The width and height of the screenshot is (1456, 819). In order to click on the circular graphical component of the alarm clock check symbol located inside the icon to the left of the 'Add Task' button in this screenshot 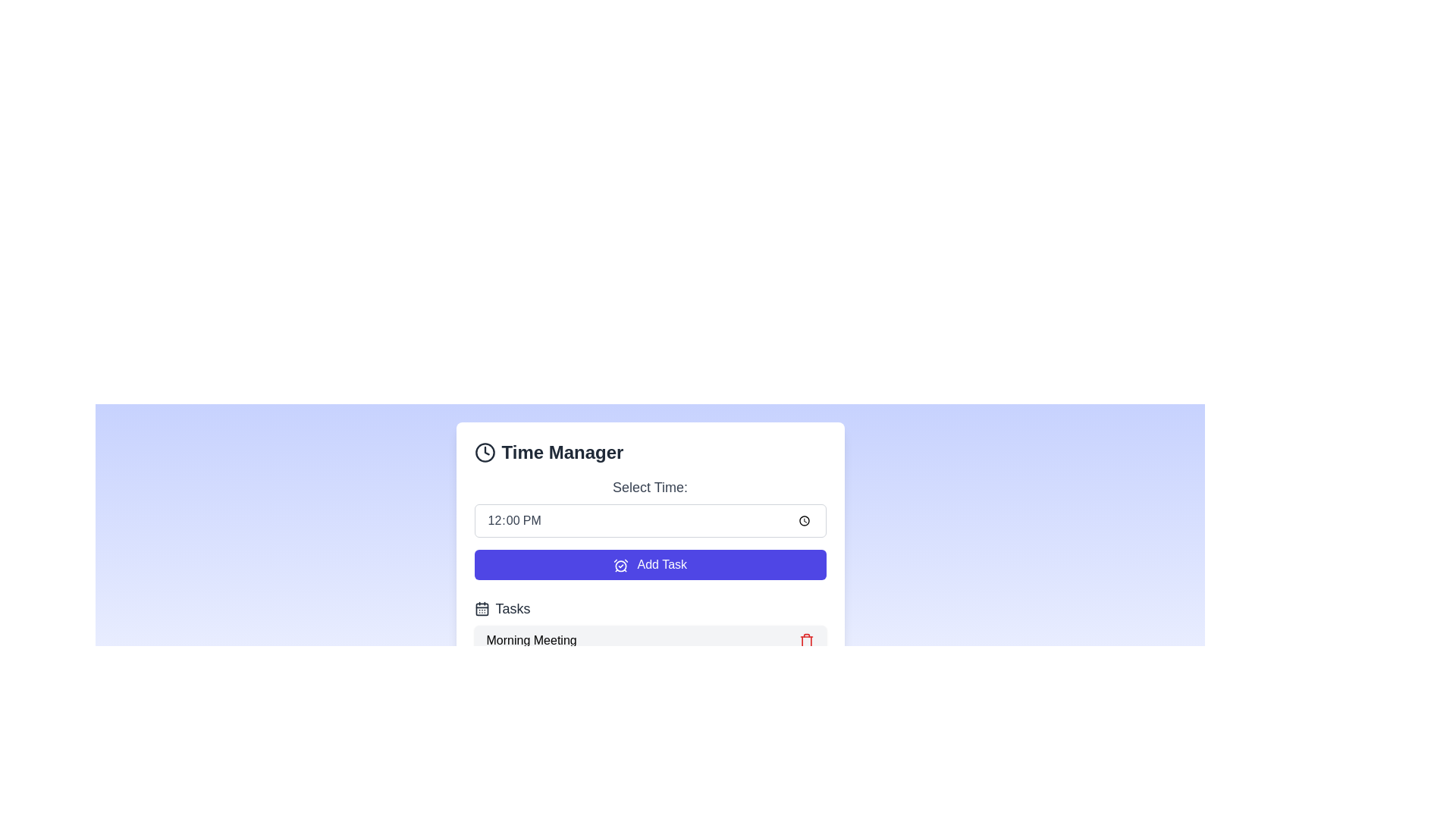, I will do `click(620, 566)`.